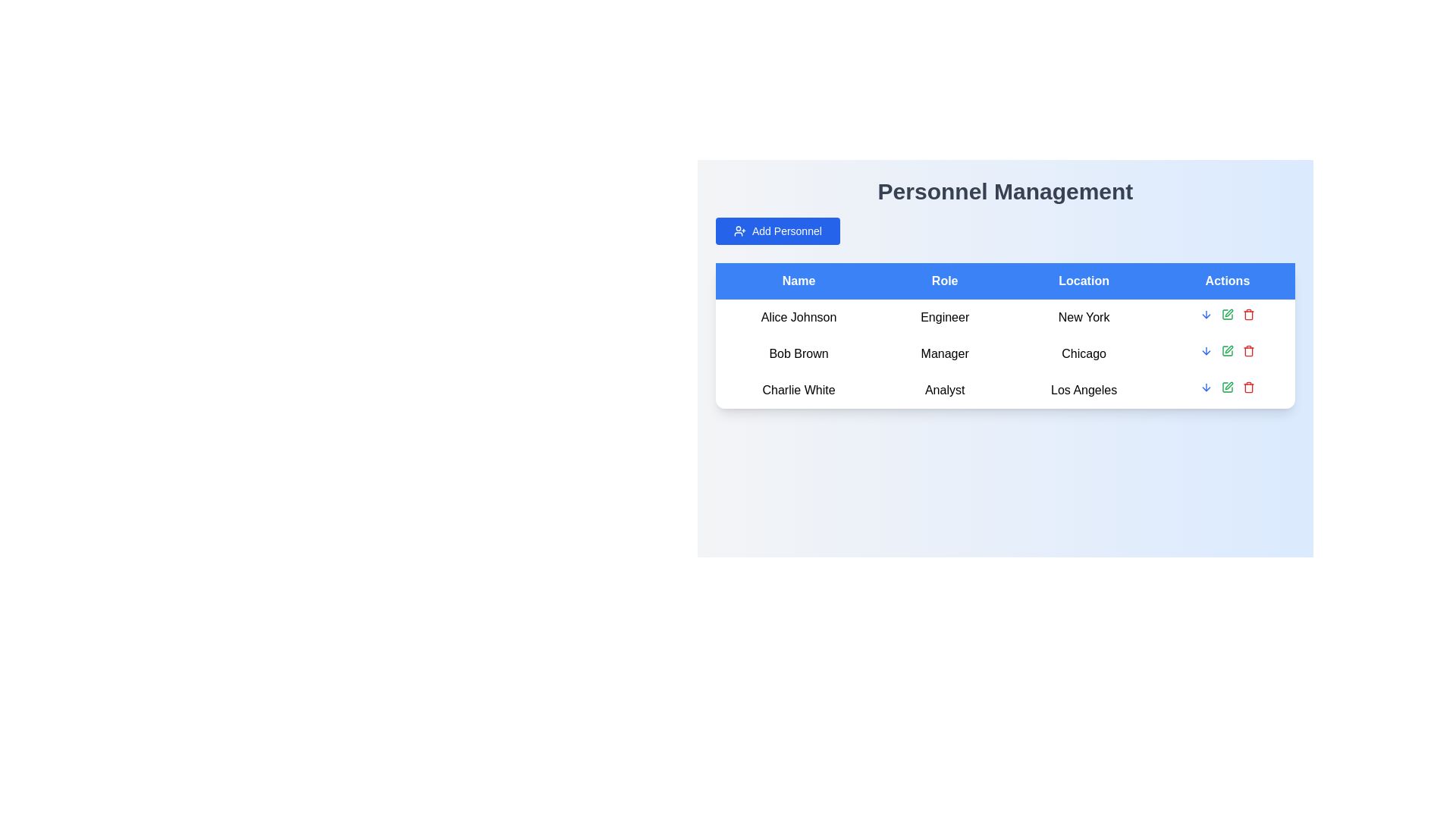 The height and width of the screenshot is (819, 1456). I want to click on the edit icon (pen/pencil) located in the 'Actions' column for 'Bob Brown', so click(1228, 312).